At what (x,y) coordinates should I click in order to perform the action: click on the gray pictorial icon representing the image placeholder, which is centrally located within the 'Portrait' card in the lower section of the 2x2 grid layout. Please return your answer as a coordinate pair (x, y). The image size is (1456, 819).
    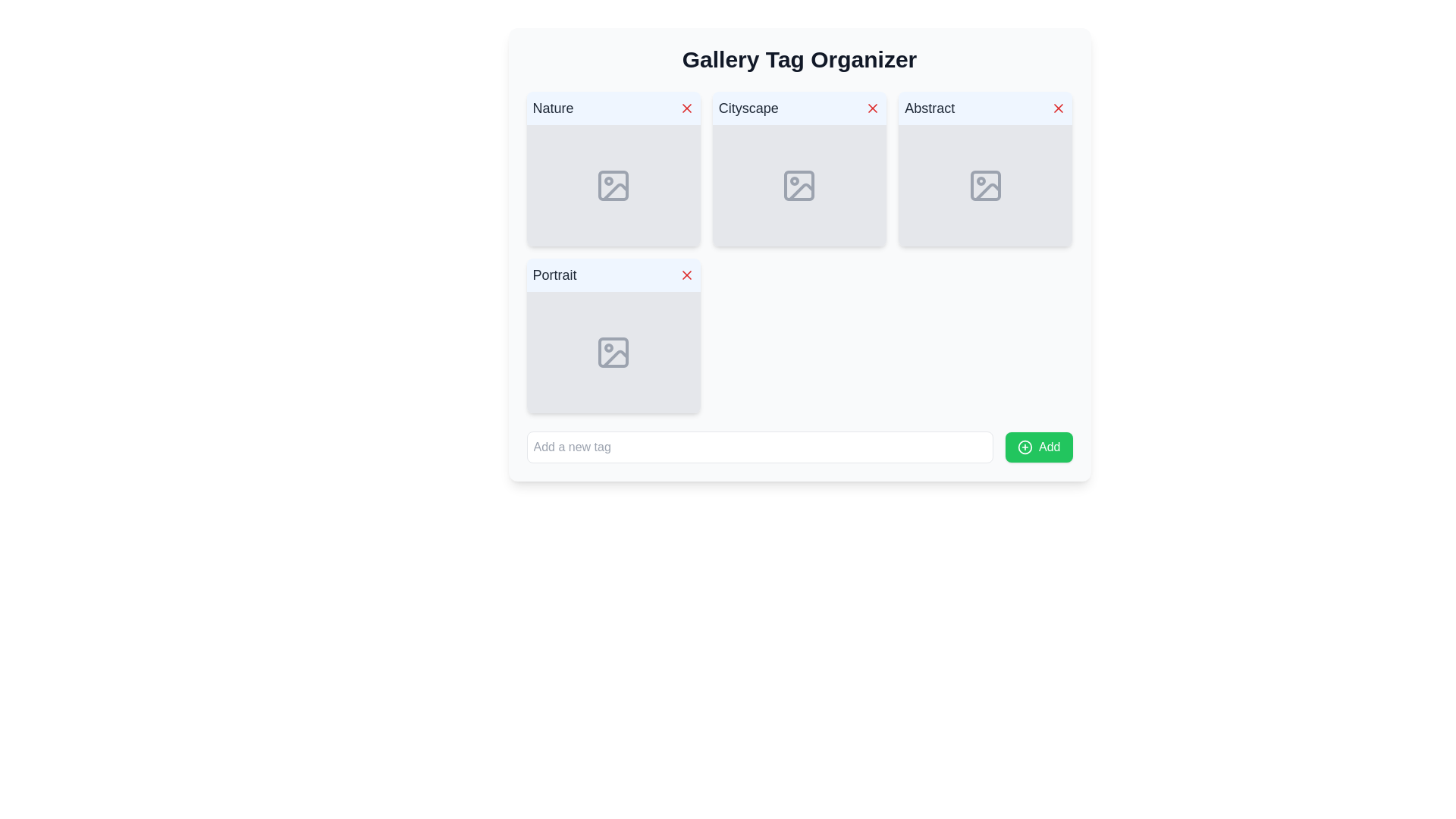
    Looking at the image, I should click on (613, 353).